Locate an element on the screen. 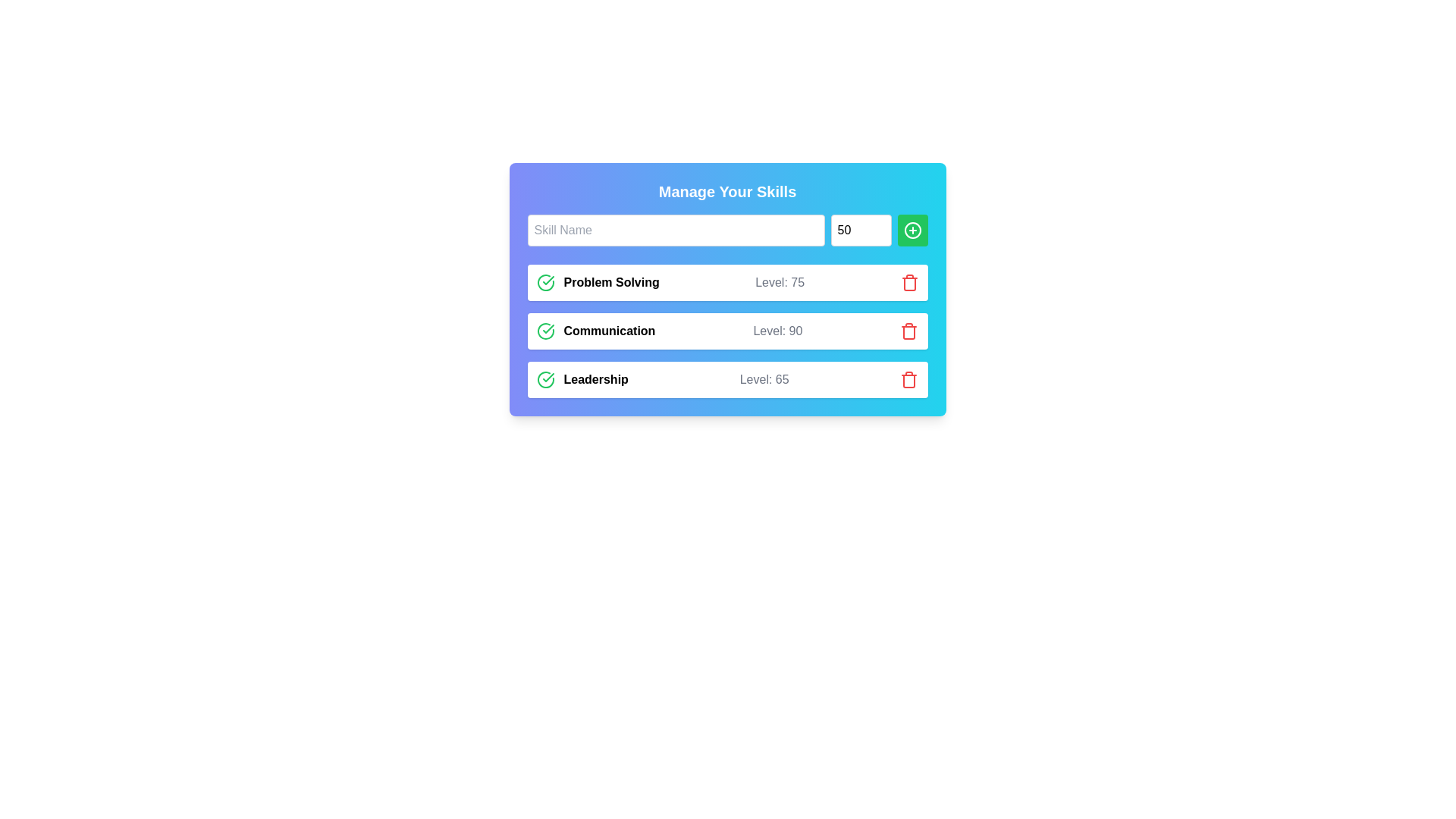 This screenshot has width=1456, height=819. the delete button located to the right of the 'Problem Solving' skill level indicator in the topmost card of the skills list is located at coordinates (909, 283).